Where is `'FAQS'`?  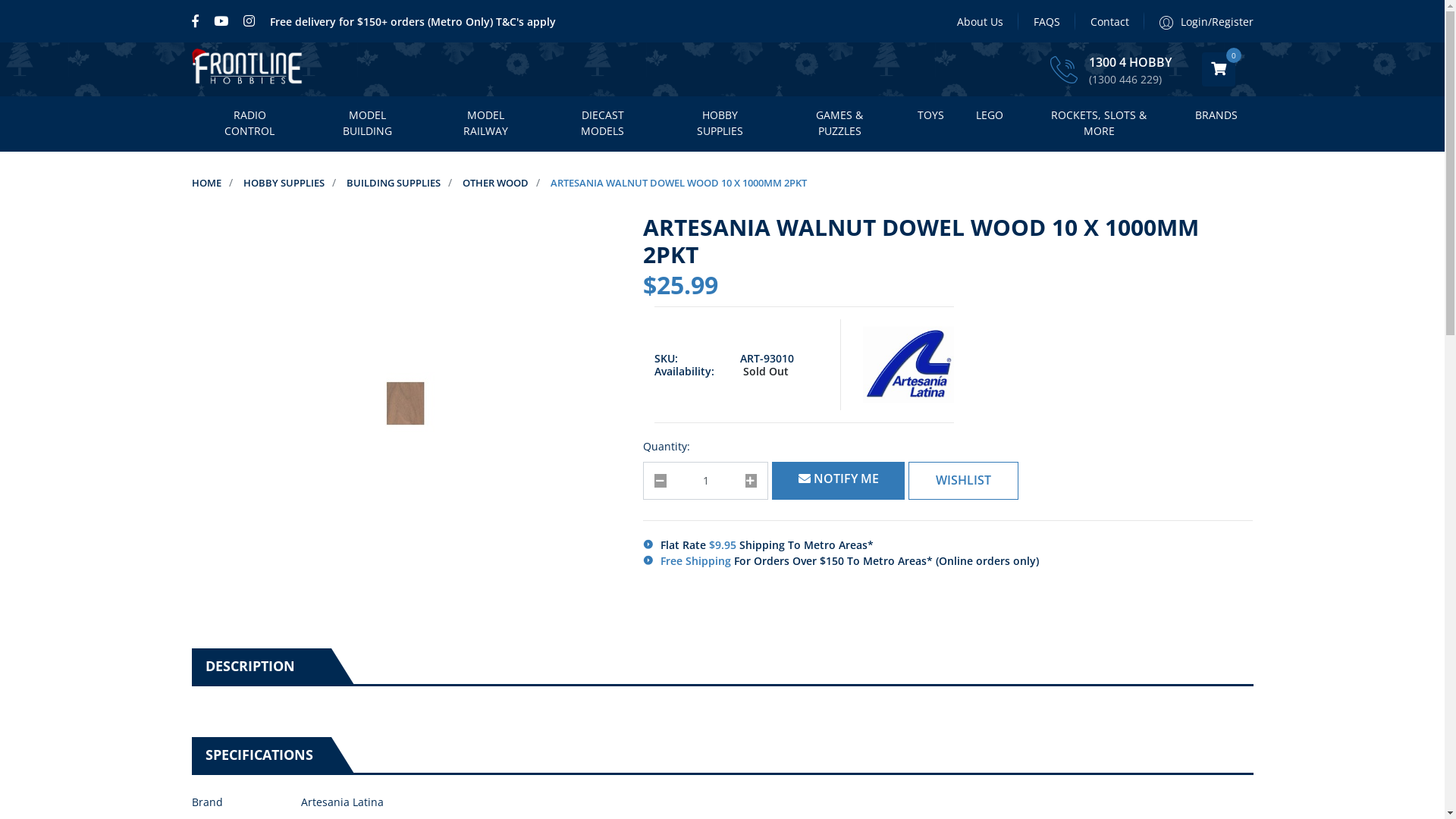
'FAQS' is located at coordinates (1045, 20).